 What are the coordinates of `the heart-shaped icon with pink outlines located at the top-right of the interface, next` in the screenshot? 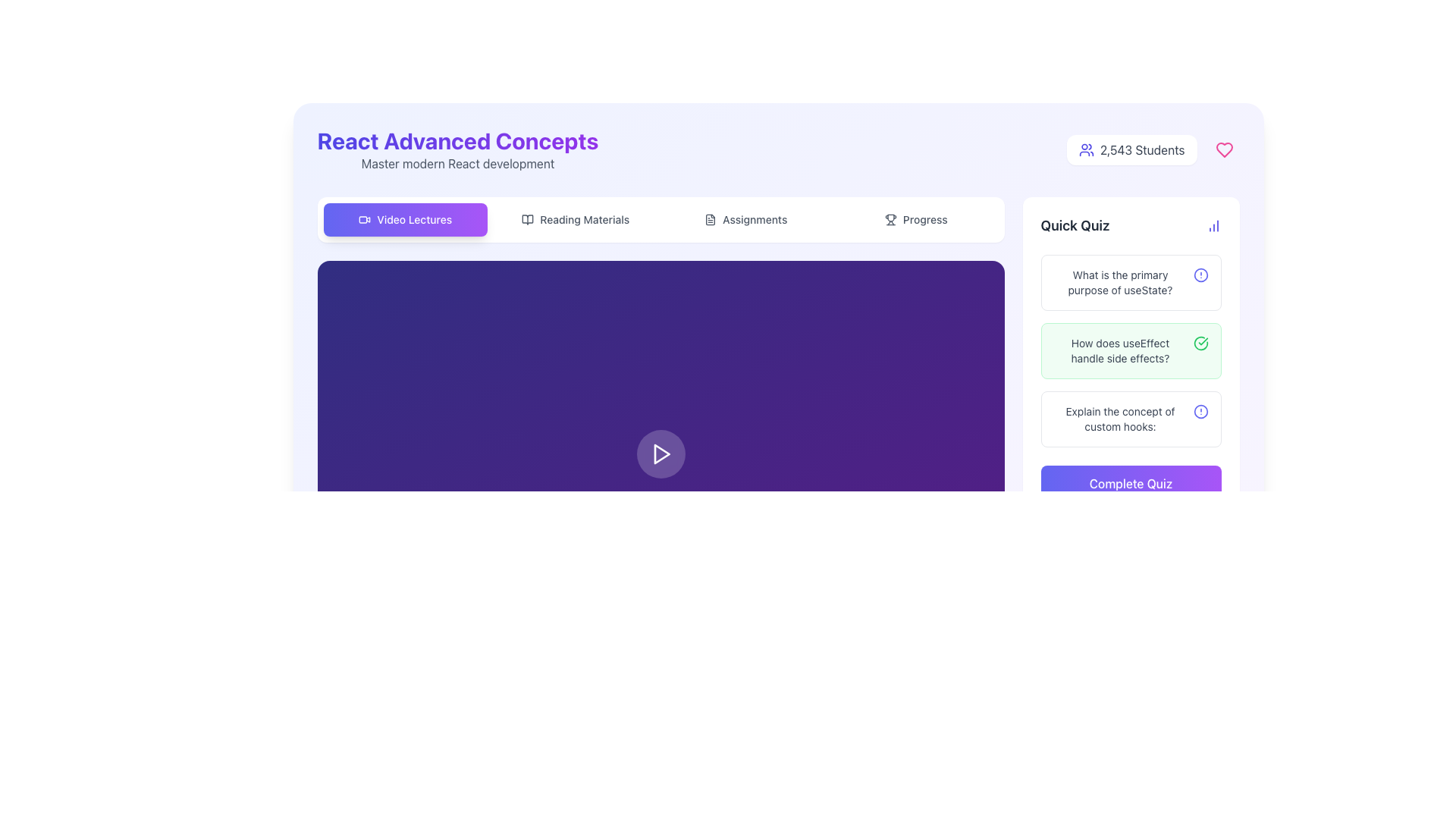 It's located at (1224, 149).